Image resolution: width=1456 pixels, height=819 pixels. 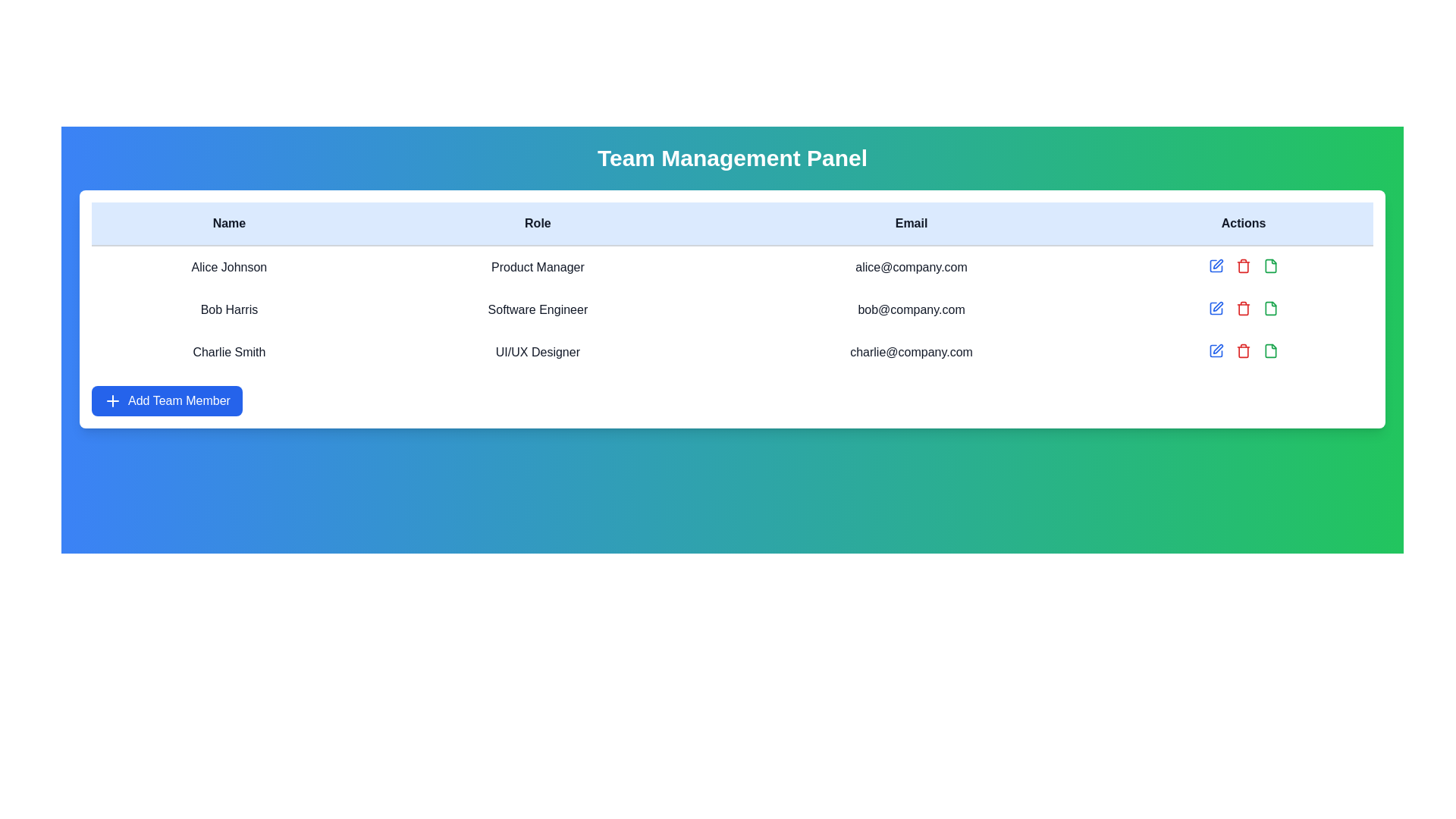 What do you see at coordinates (1218, 349) in the screenshot?
I see `the editing button for the row corresponding to Charlie Smith to initiate the editing action` at bounding box center [1218, 349].